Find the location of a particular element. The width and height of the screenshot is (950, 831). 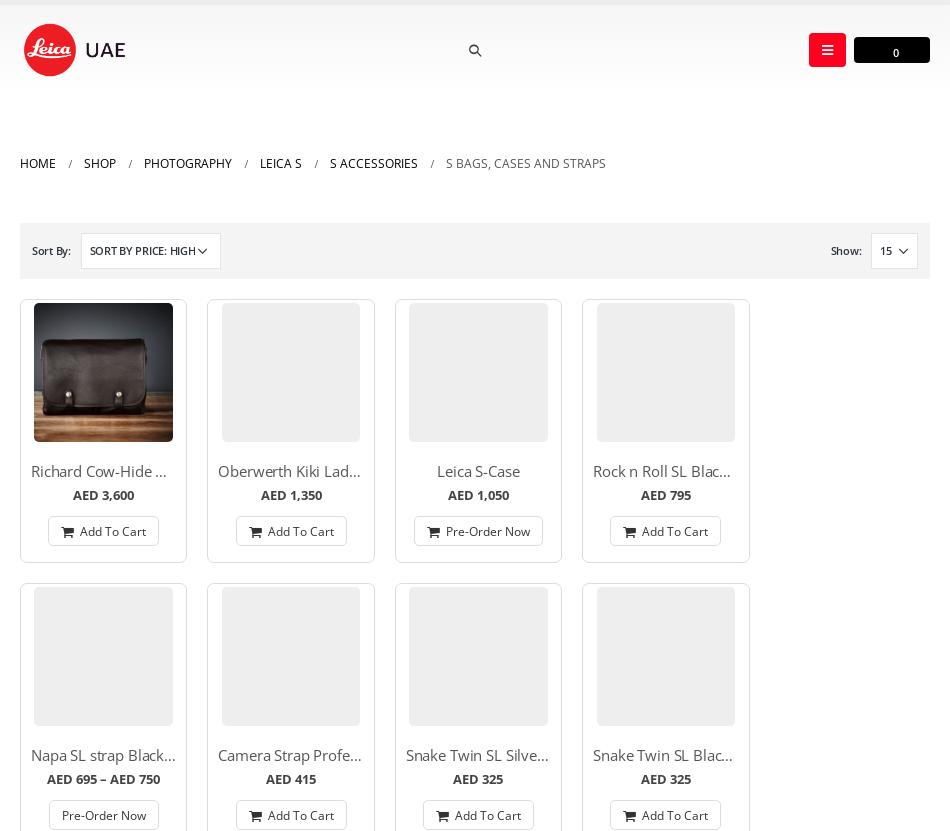

'Camera Strap Professionl S/SL' is located at coordinates (318, 754).